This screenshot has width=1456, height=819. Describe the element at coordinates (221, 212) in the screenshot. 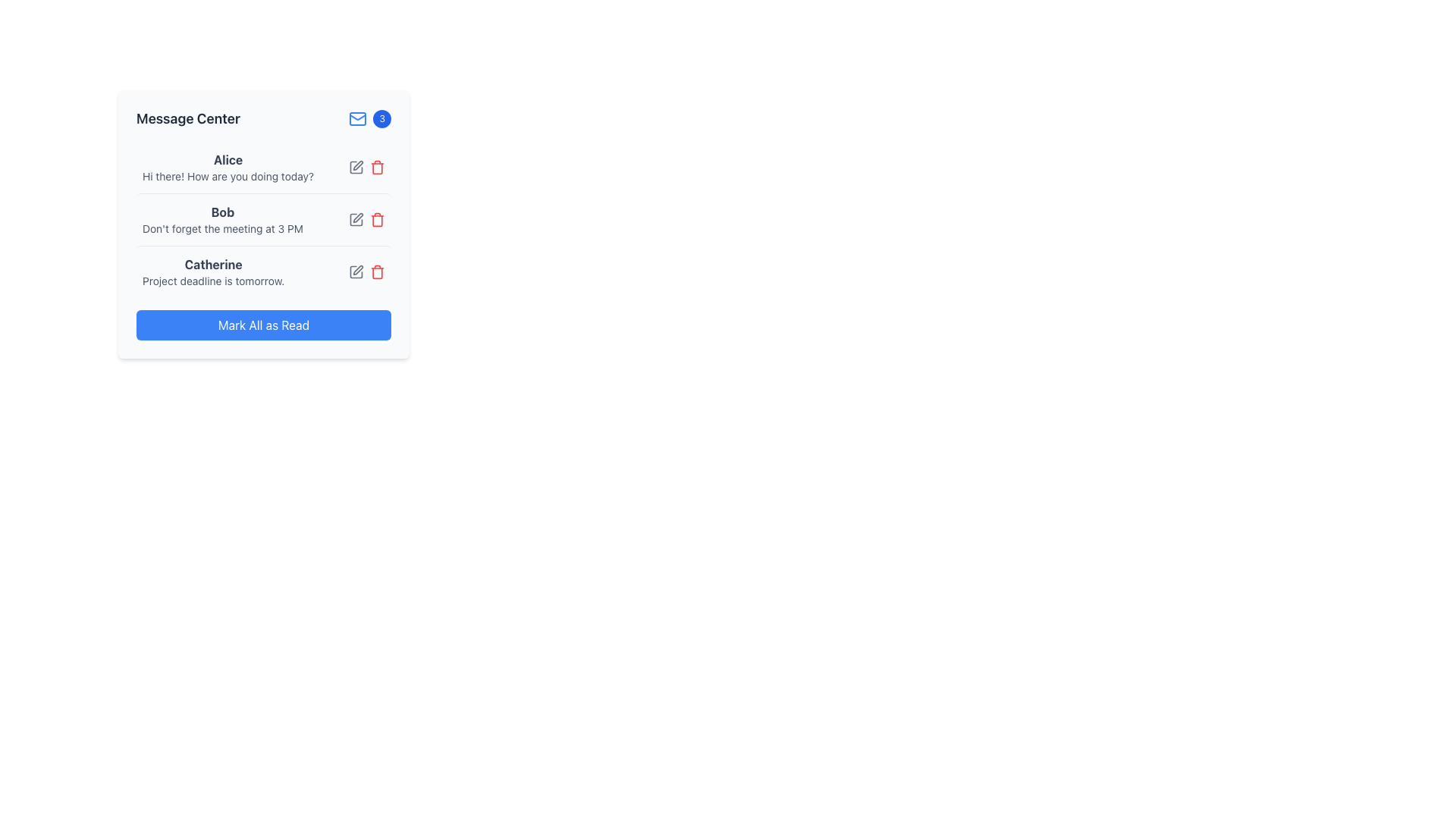

I see `the bold text label reading 'Bob' within the notification card, which is styled with a larger font size and gray color, located in the second notification section` at that location.